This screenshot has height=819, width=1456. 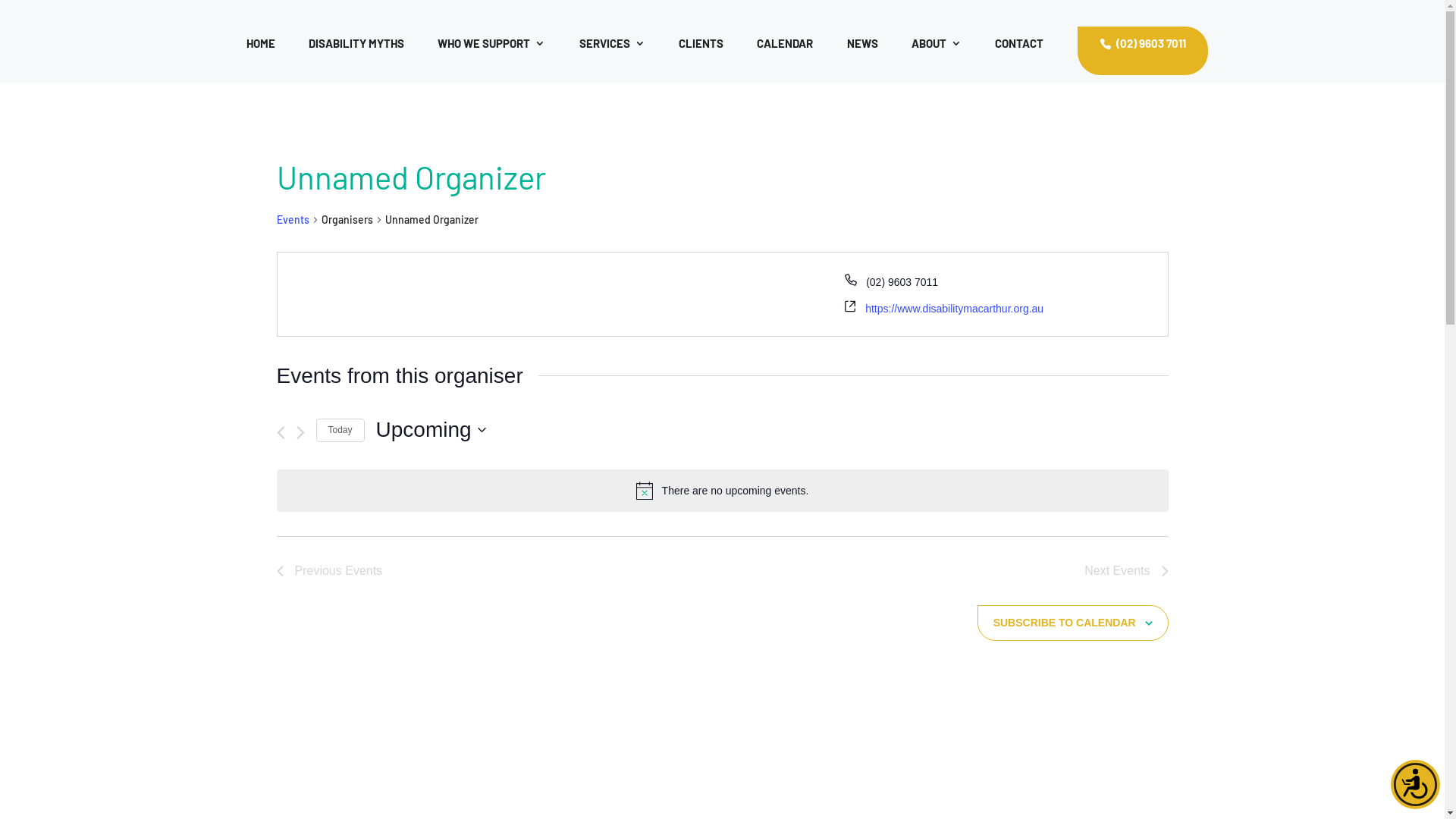 I want to click on 'Upcoming', so click(x=430, y=430).